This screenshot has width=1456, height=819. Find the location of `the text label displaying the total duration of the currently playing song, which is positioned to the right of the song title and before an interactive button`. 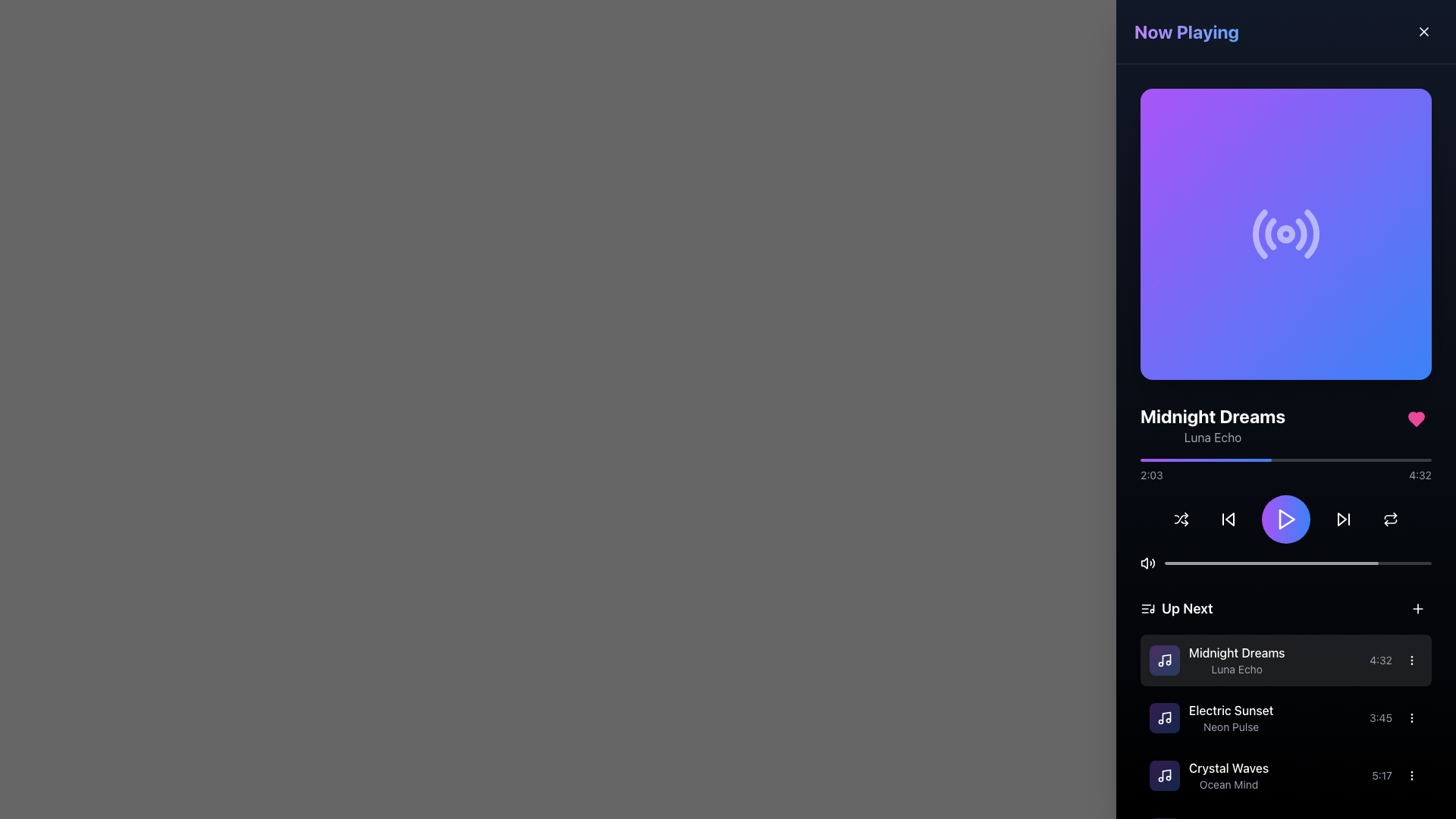

the text label displaying the total duration of the currently playing song, which is positioned to the right of the song title and before an interactive button is located at coordinates (1381, 660).